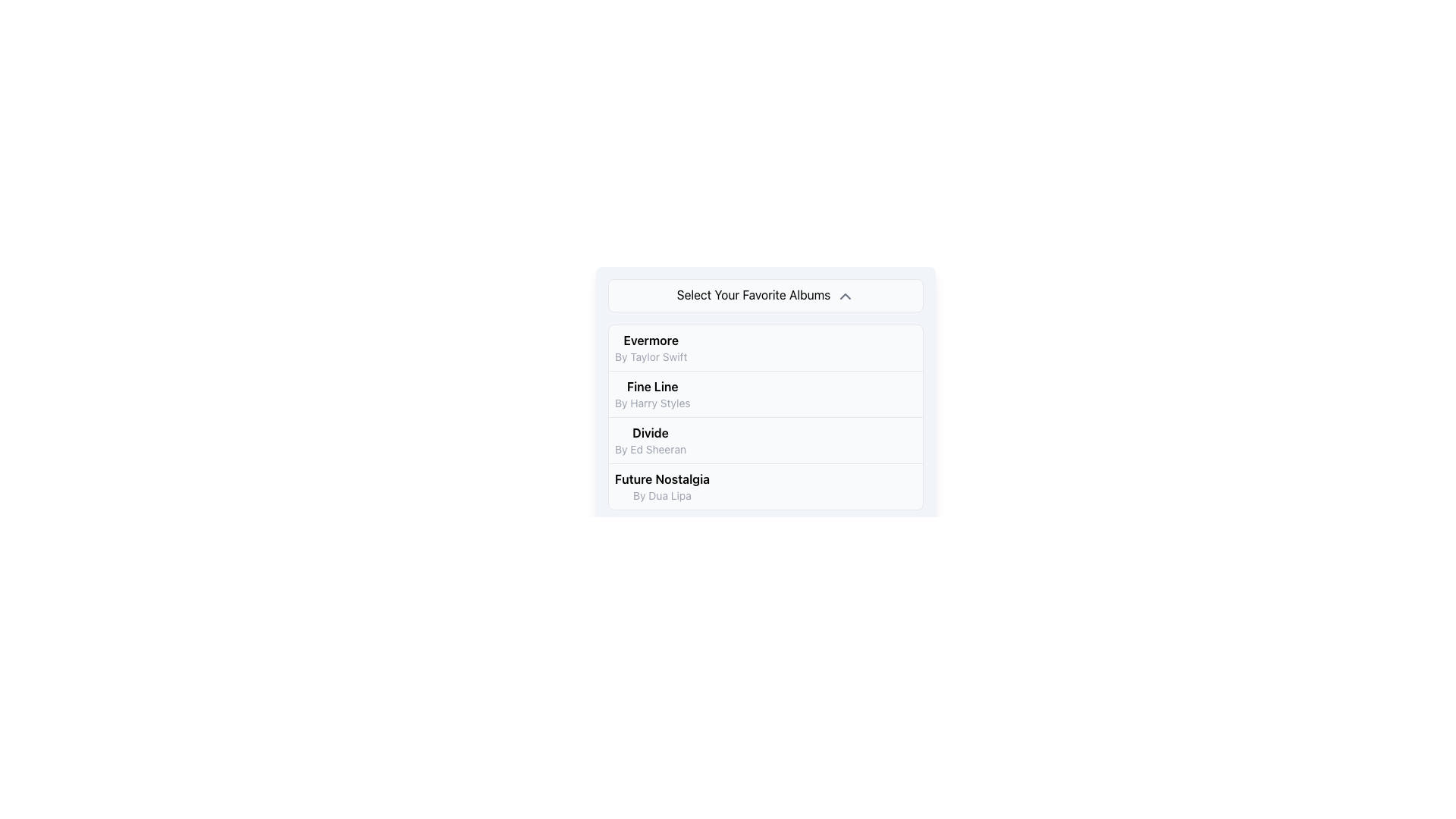  I want to click on the bottom-most entry, so click(662, 486).